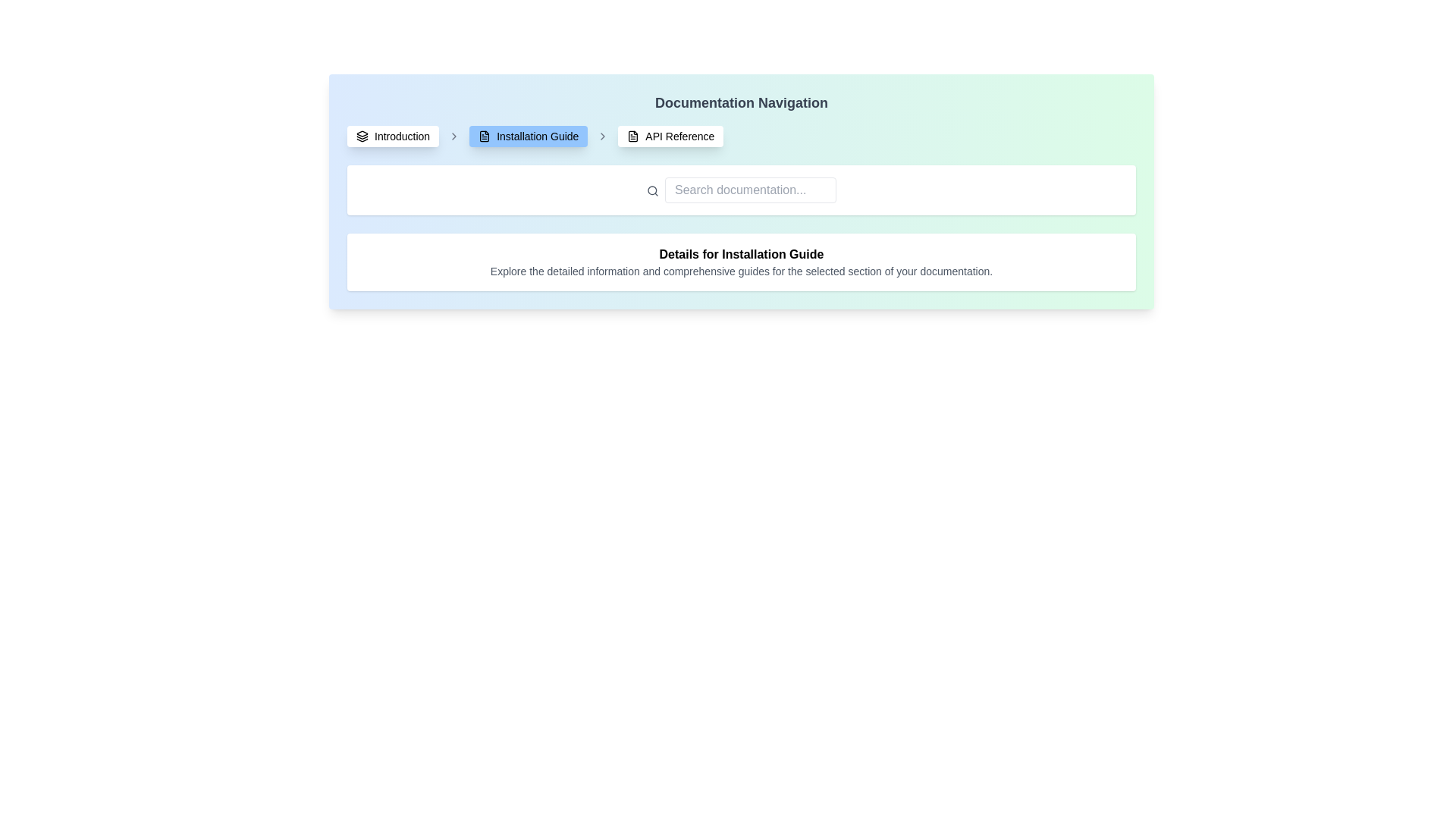 The image size is (1456, 819). Describe the element at coordinates (633, 136) in the screenshot. I see `the breadcrumb button that contains the API Reference icon` at that location.